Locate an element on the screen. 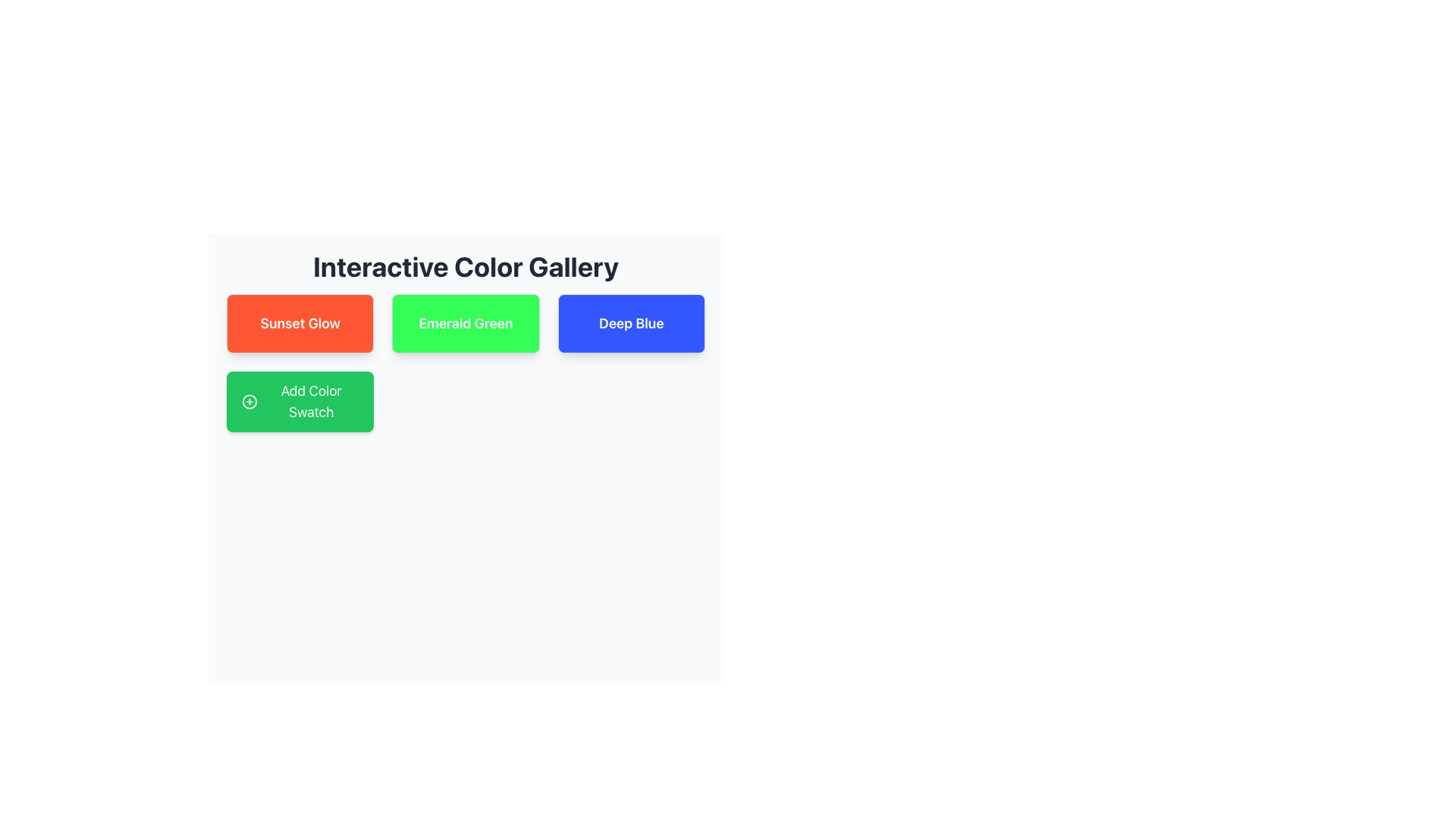 The width and height of the screenshot is (1456, 819). the green rectangular button labeled 'Add Color Swatch' located beneath the 'Sunset Glow' swatch to observe any hover state changes is located at coordinates (300, 400).